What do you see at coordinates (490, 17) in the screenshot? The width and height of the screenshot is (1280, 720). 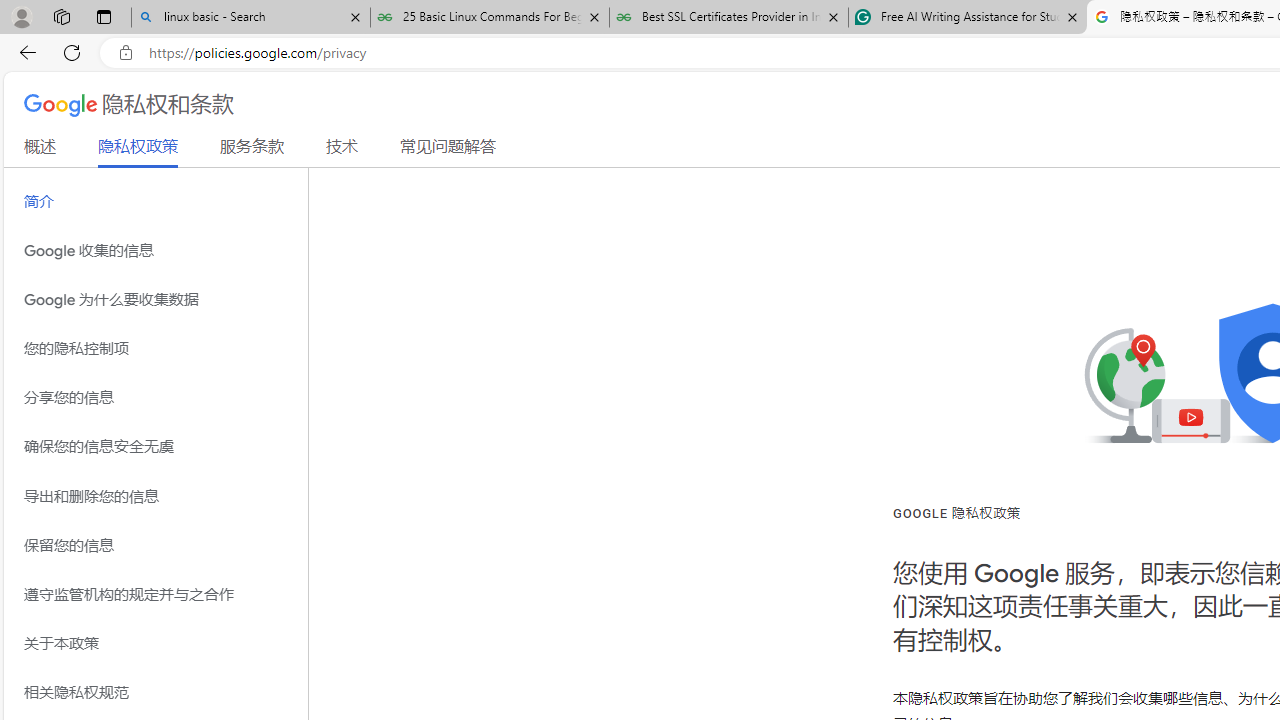 I see `'25 Basic Linux Commands For Beginners - GeeksforGeeks'` at bounding box center [490, 17].